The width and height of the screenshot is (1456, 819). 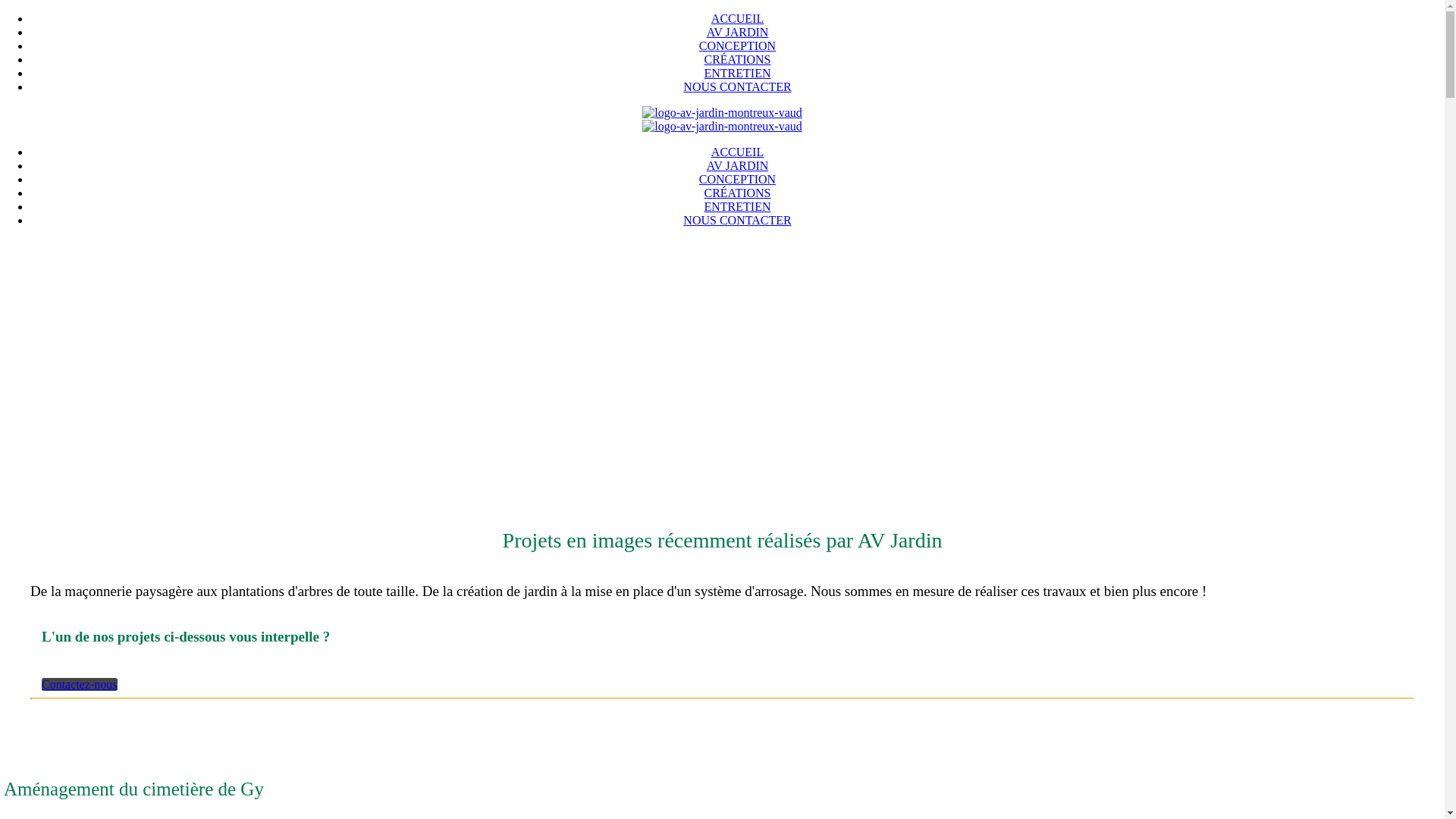 I want to click on 'ENTRETIEN', so click(x=702, y=73).